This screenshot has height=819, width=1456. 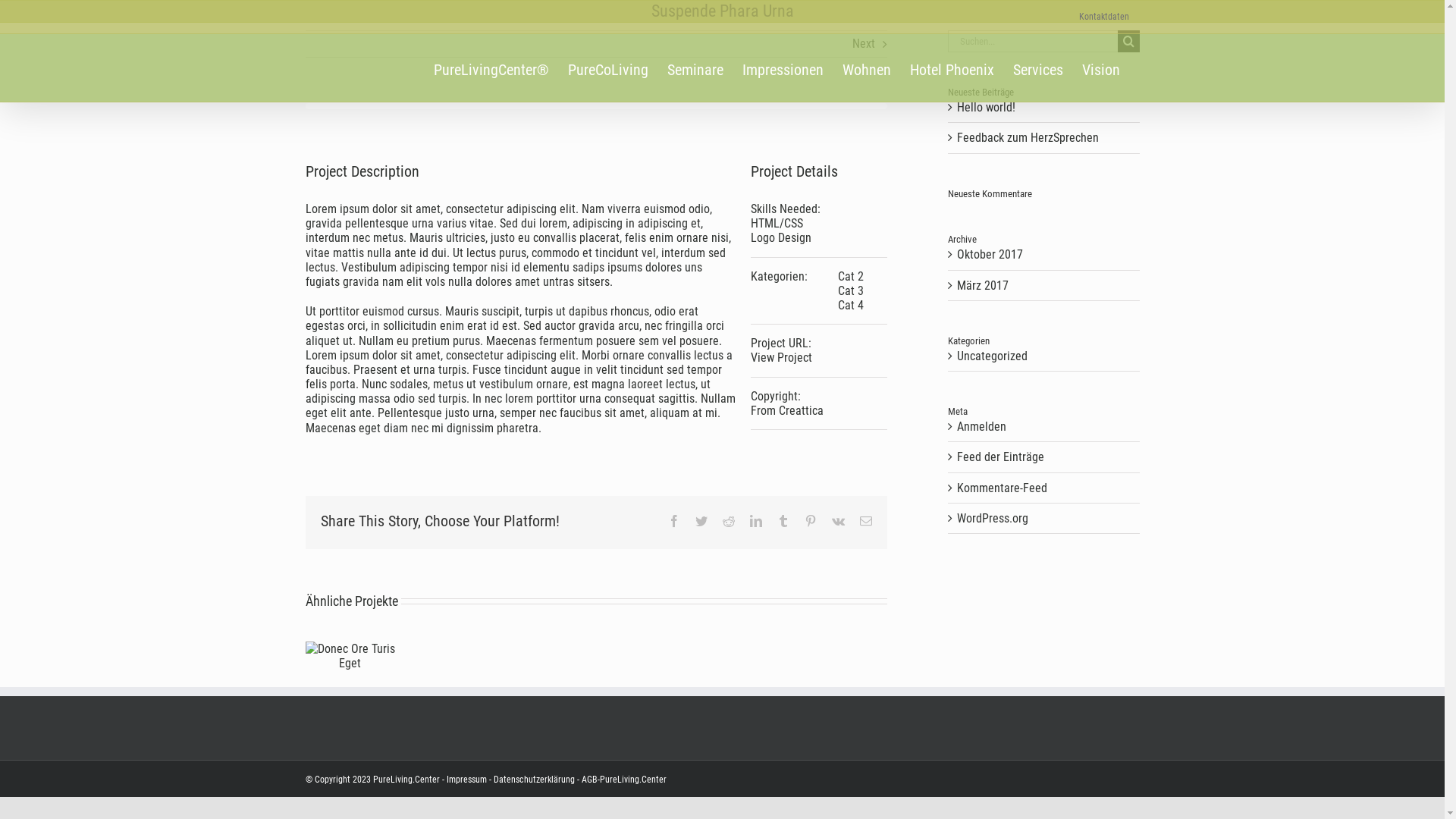 What do you see at coordinates (836, 519) in the screenshot?
I see `'Vk'` at bounding box center [836, 519].